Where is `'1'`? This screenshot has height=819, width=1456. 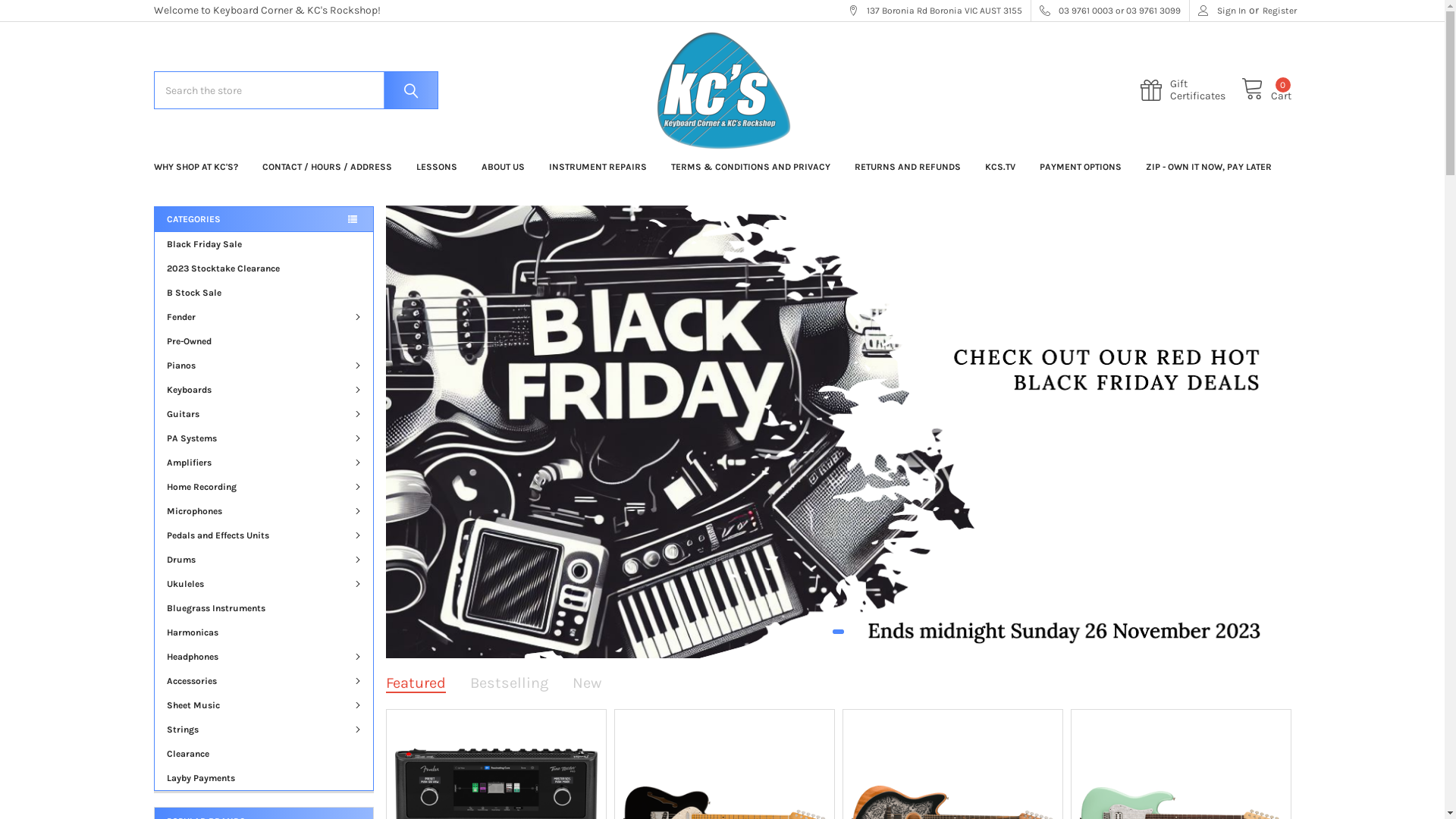 '1' is located at coordinates (837, 632).